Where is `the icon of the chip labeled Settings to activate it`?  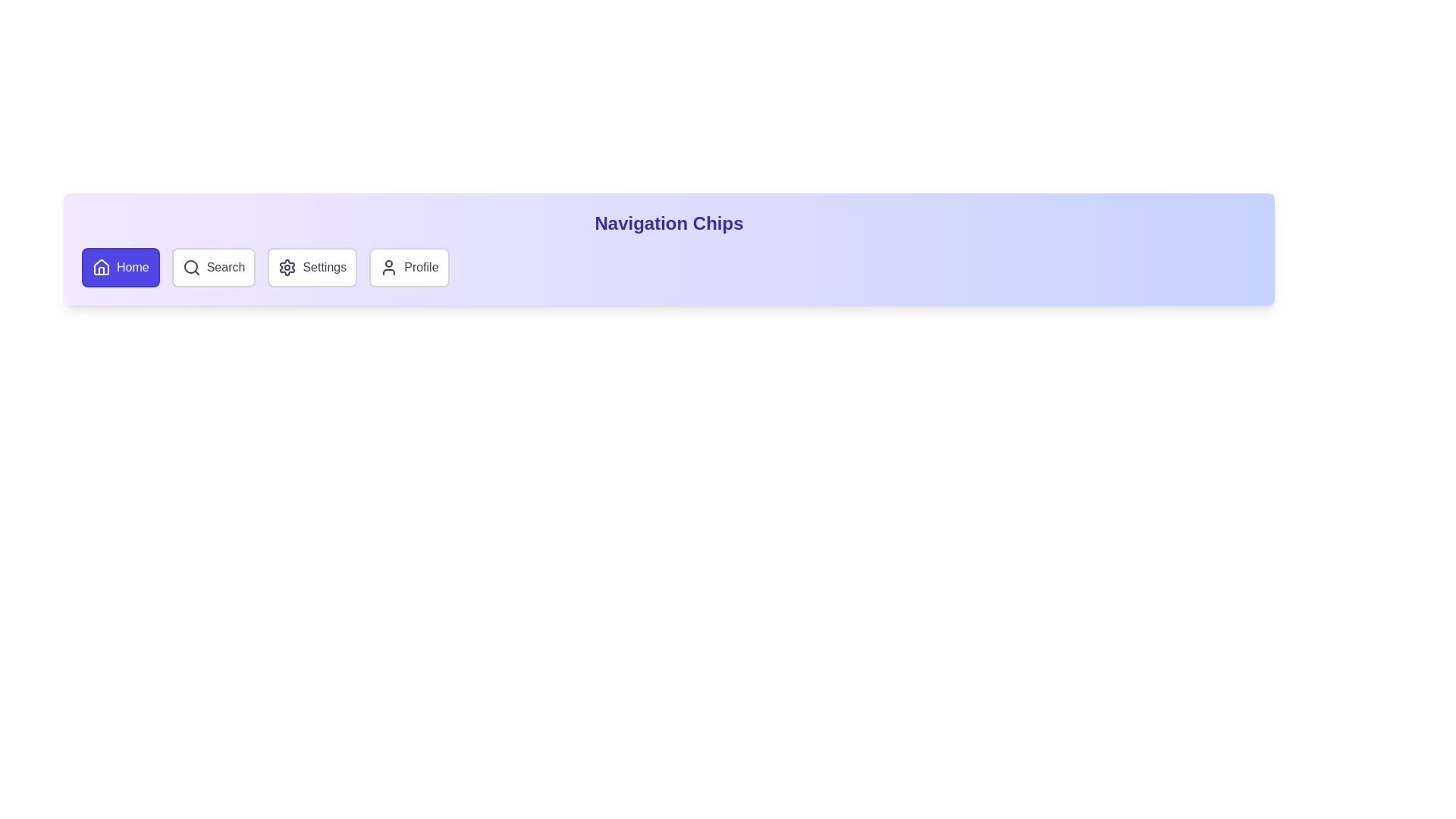
the icon of the chip labeled Settings to activate it is located at coordinates (287, 267).